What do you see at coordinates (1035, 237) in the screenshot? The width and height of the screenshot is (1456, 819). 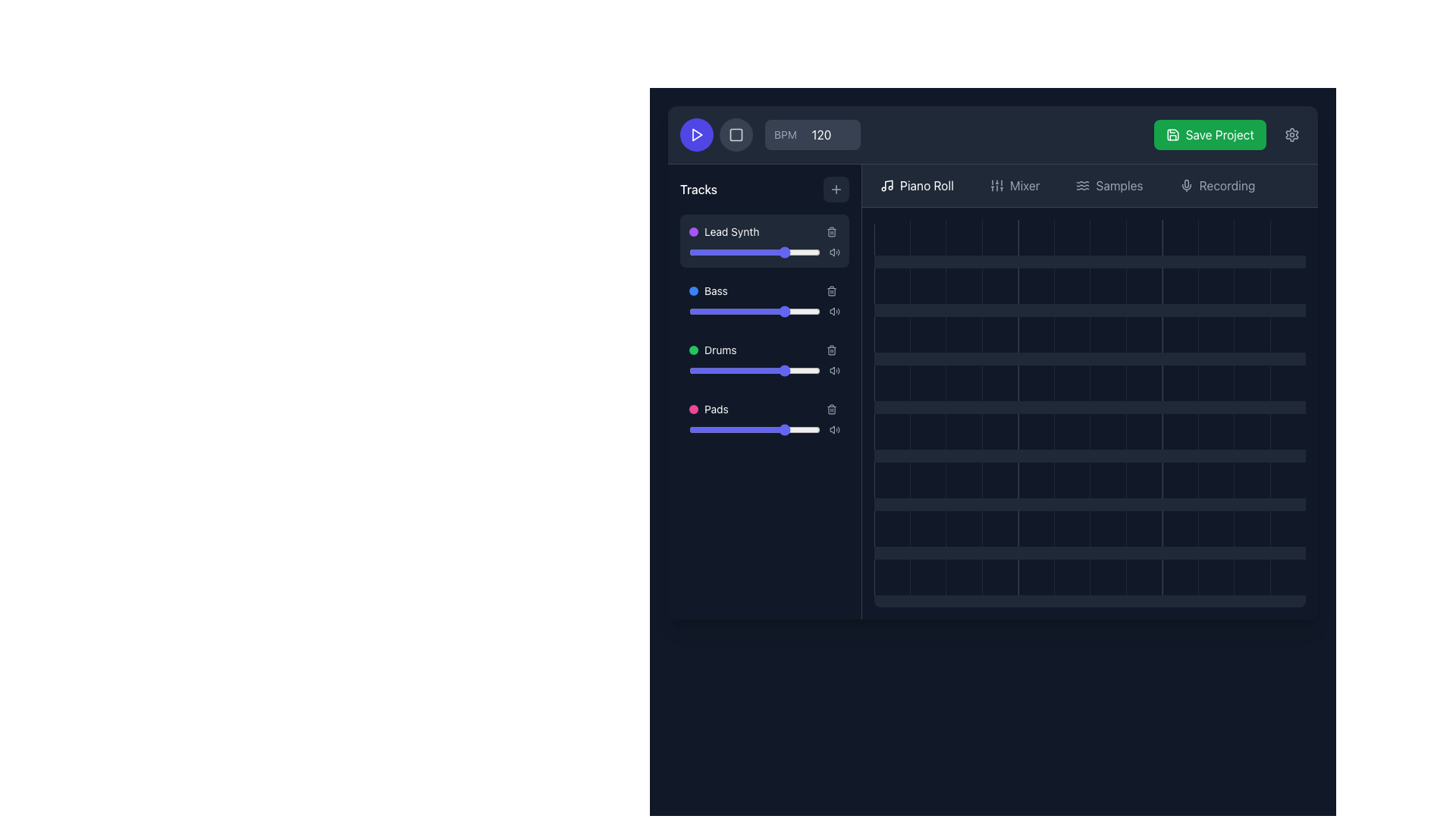 I see `the fifth square in the first row of the grid layout, which has a dark gray background and a faint left border` at bounding box center [1035, 237].